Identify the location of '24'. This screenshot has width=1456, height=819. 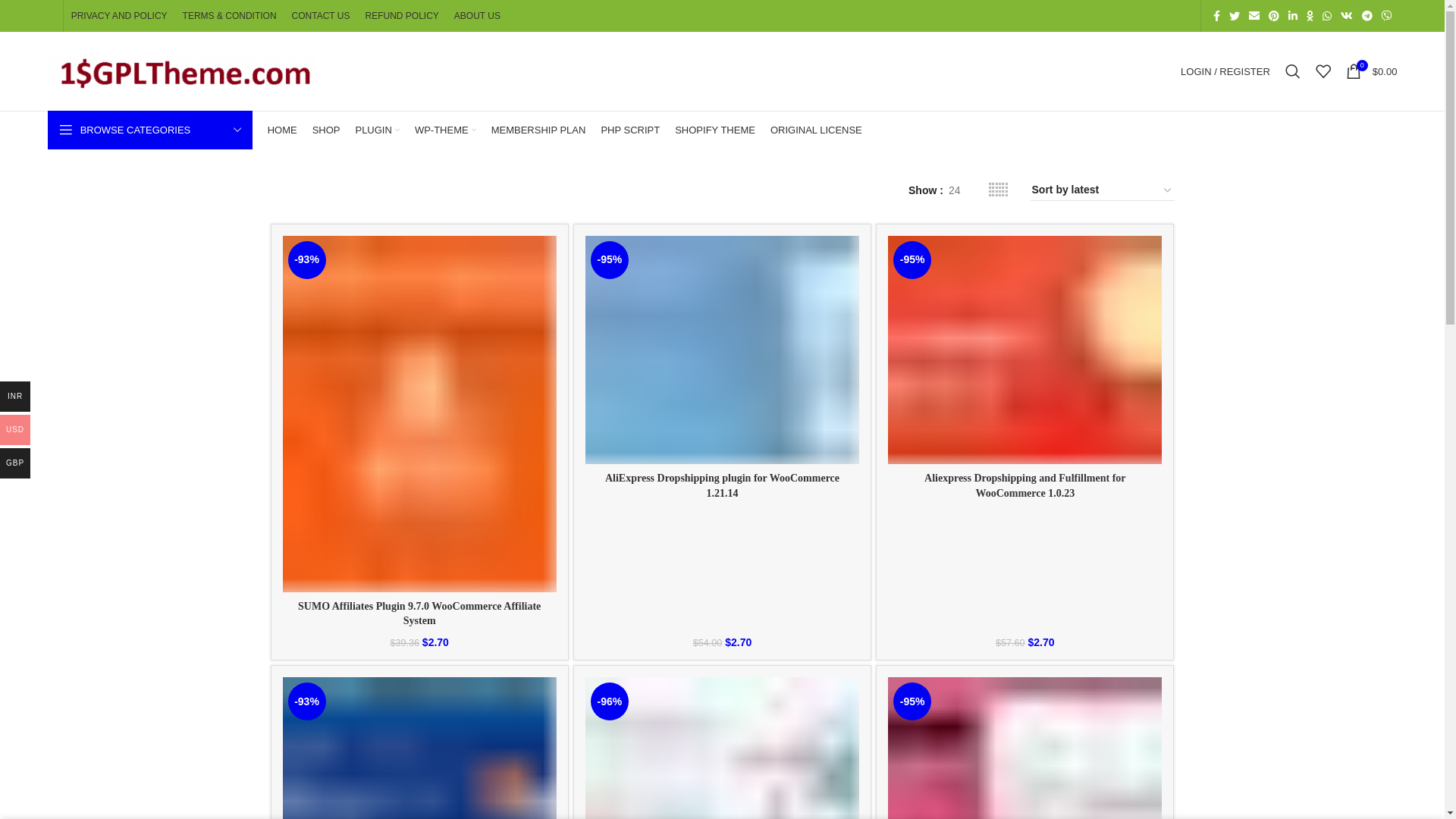
(953, 189).